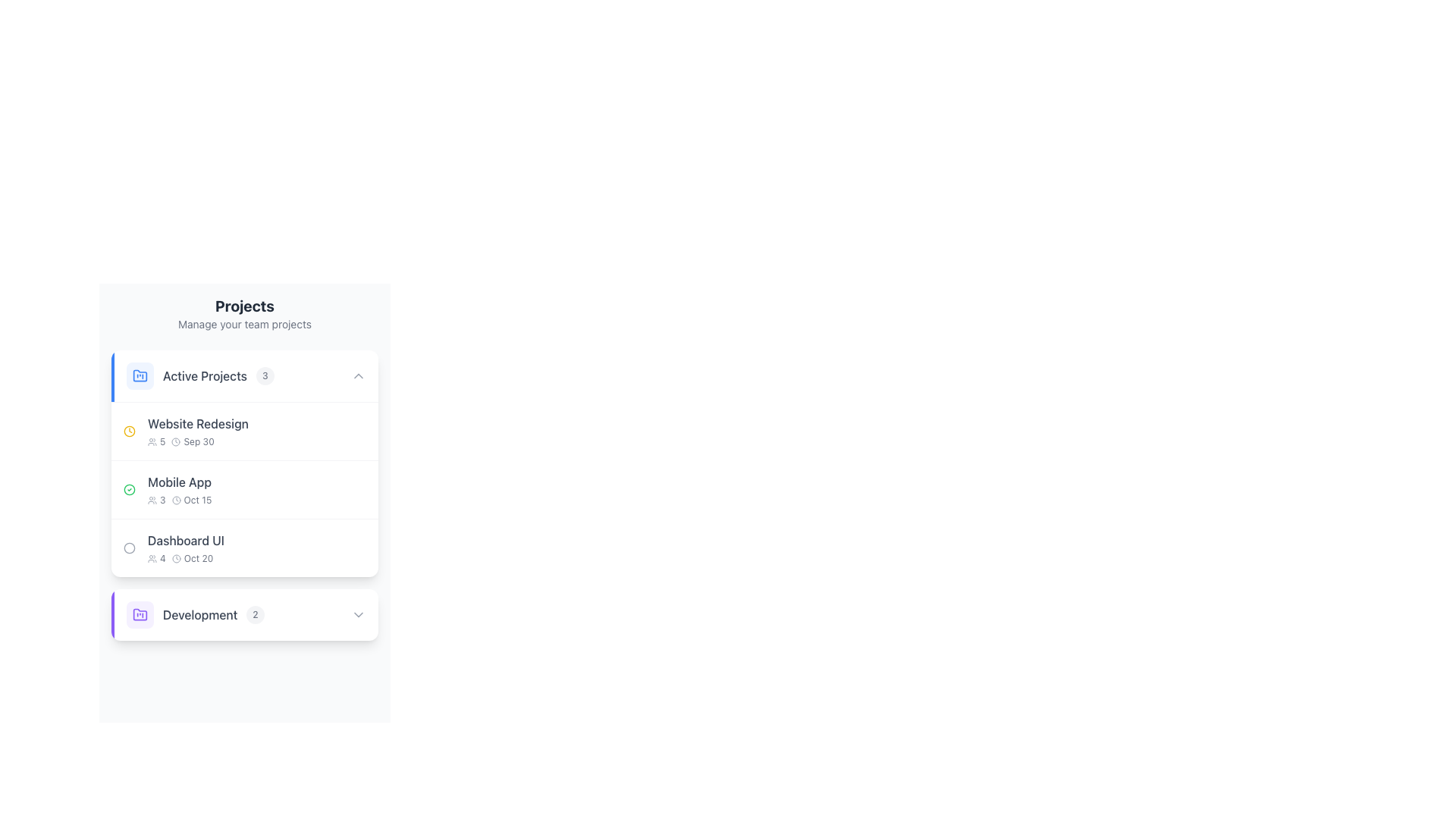  What do you see at coordinates (197, 441) in the screenshot?
I see `date 'Sep 30' and the number of items '5' from the Text and Icon Combination located below the 'Website Redesign' title` at bounding box center [197, 441].